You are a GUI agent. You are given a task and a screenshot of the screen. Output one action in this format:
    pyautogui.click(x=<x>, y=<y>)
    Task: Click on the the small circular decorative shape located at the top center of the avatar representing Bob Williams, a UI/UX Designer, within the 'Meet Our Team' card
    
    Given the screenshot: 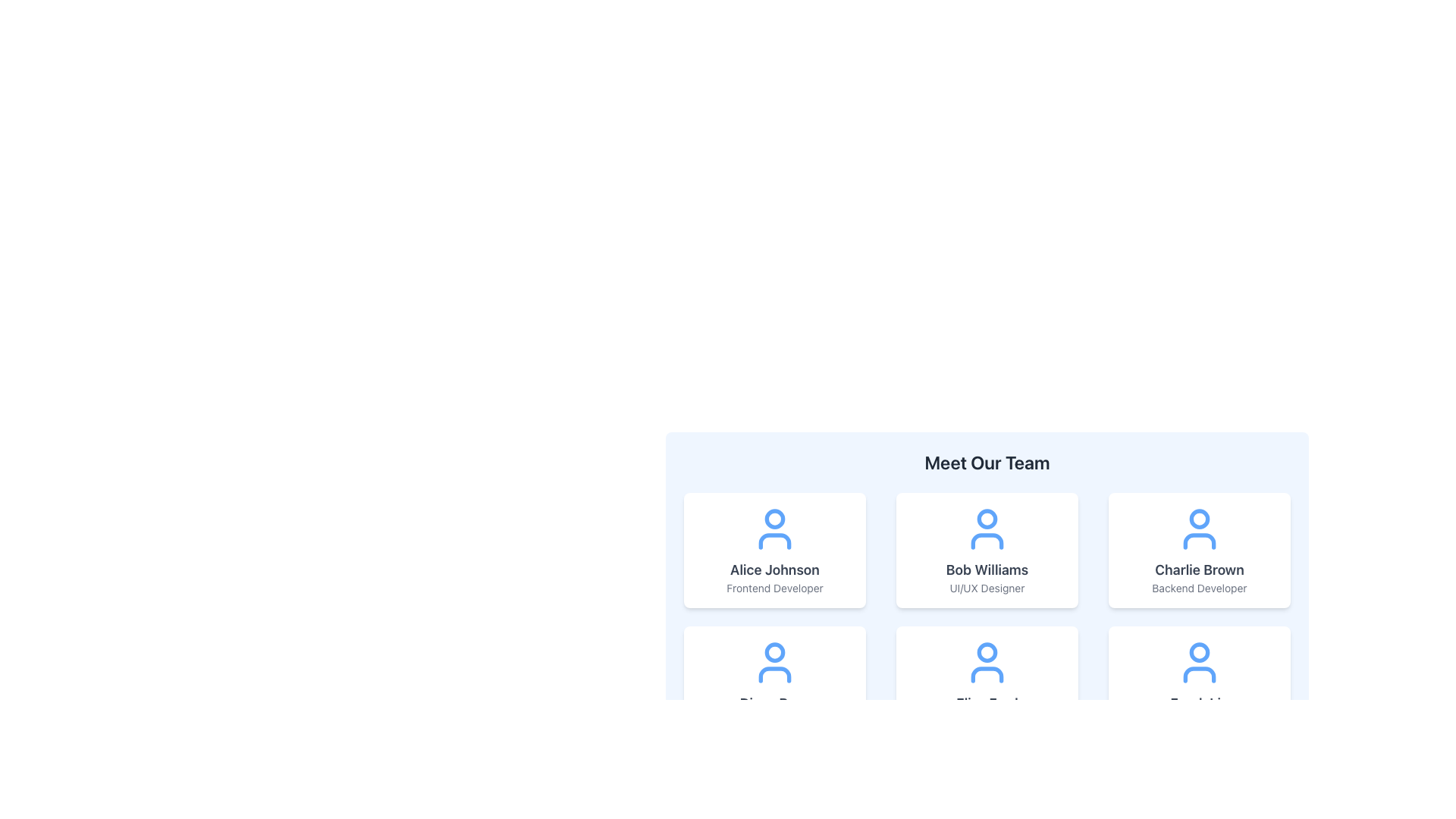 What is the action you would take?
    pyautogui.click(x=987, y=517)
    